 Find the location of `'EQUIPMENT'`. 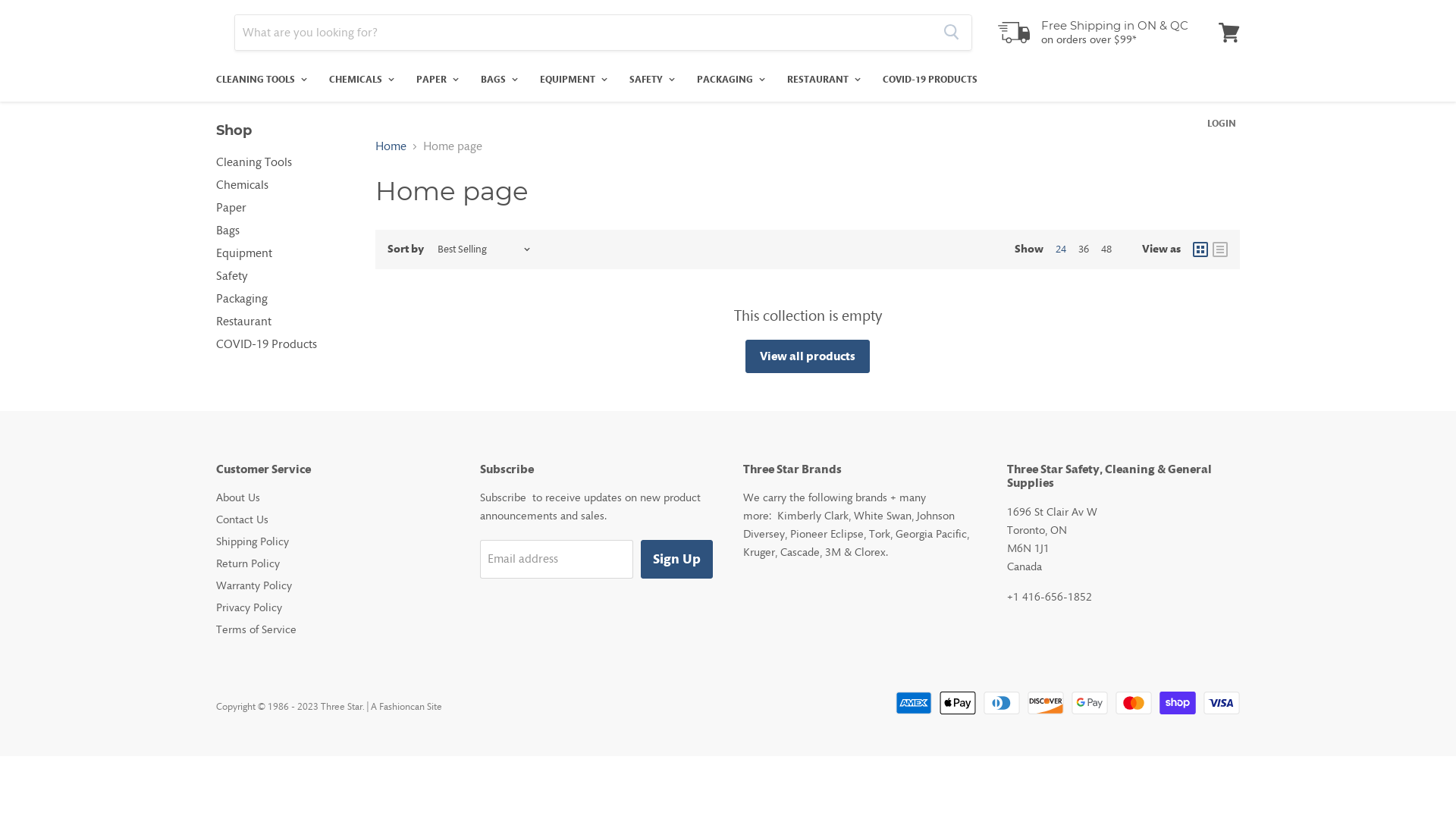

'EQUIPMENT' is located at coordinates (570, 79).